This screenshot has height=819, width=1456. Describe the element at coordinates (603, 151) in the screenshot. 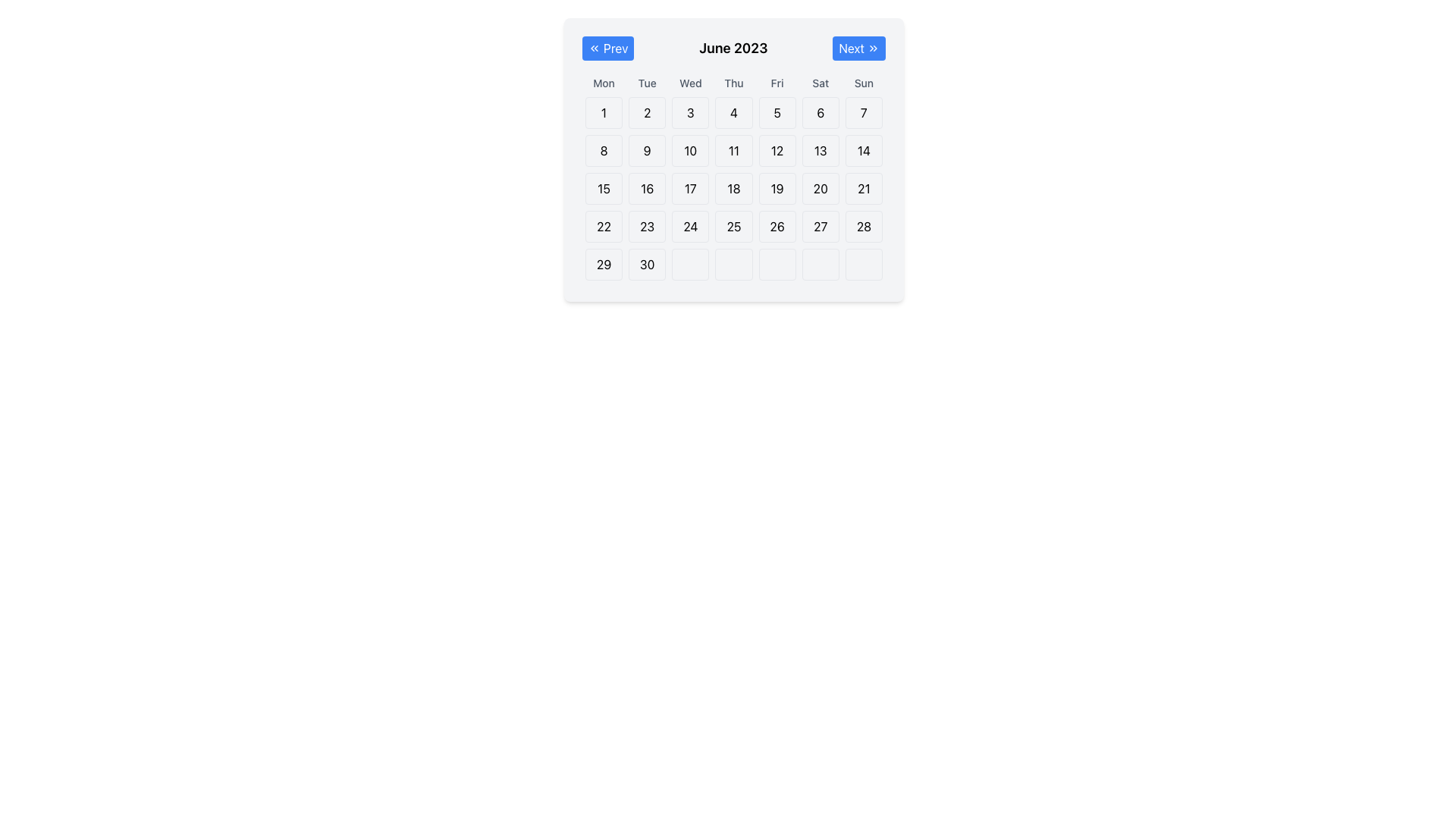

I see `the rectangular button labeled '8' located` at that location.